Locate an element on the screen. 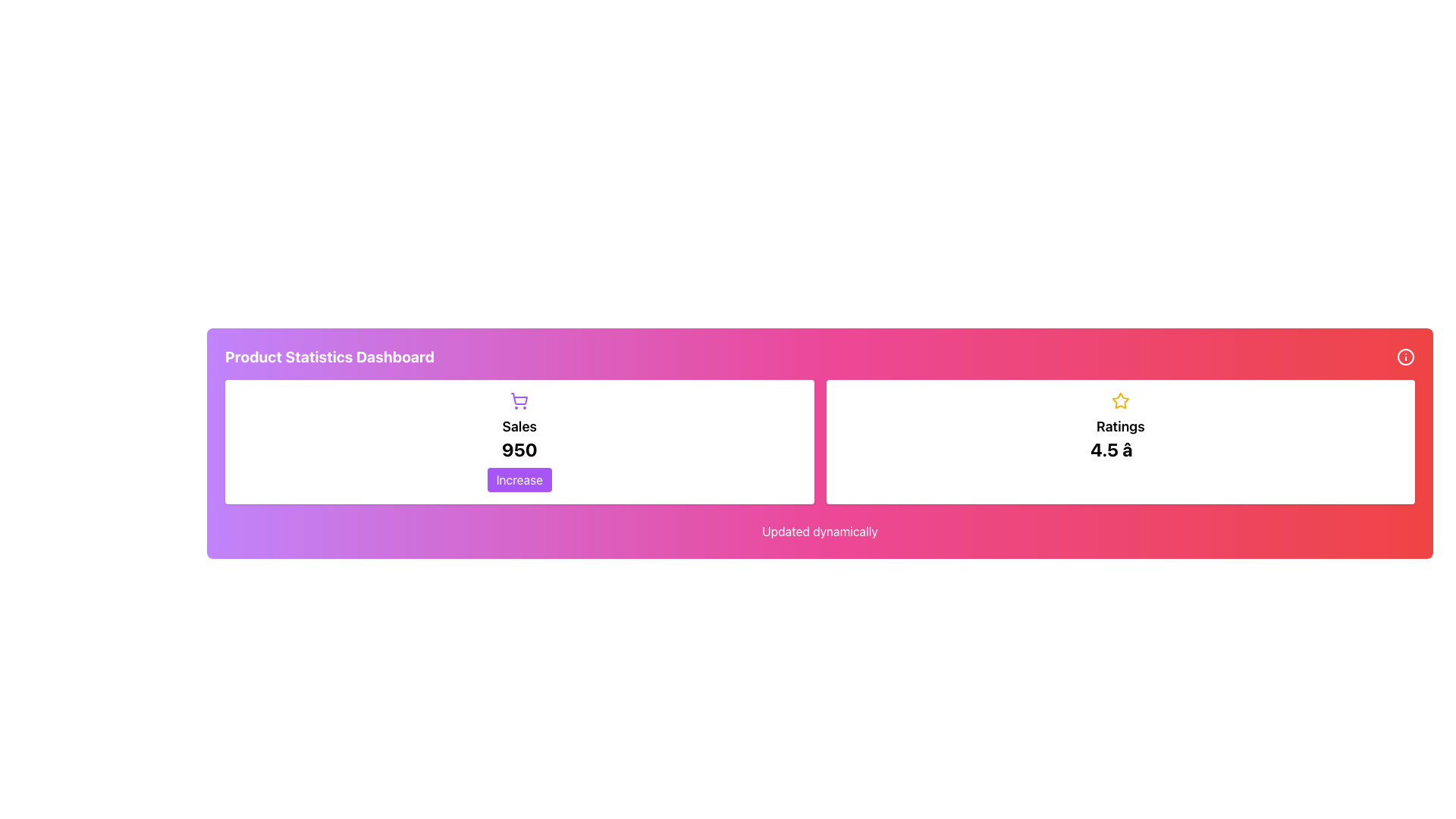  the numeric rating value text label located inside the white bordered box in the Ratings section, positioned below the 'Ratings' label and a star icon is located at coordinates (1120, 449).